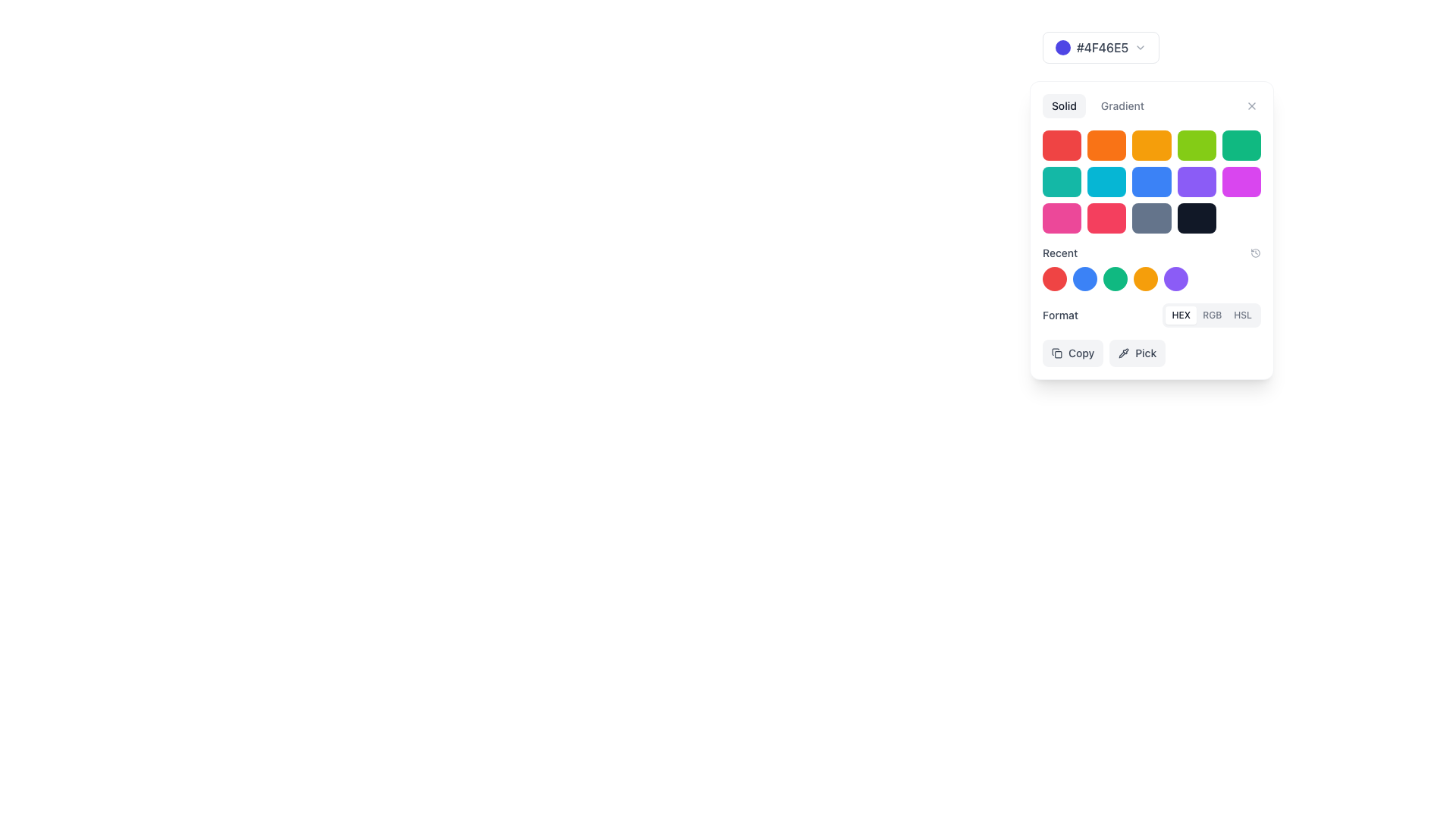 Image resolution: width=1456 pixels, height=819 pixels. Describe the element at coordinates (1252, 105) in the screenshot. I see `the small, rounded button with a prominent 'X' icon in the top-right corner of the floating panel containing color options` at that location.